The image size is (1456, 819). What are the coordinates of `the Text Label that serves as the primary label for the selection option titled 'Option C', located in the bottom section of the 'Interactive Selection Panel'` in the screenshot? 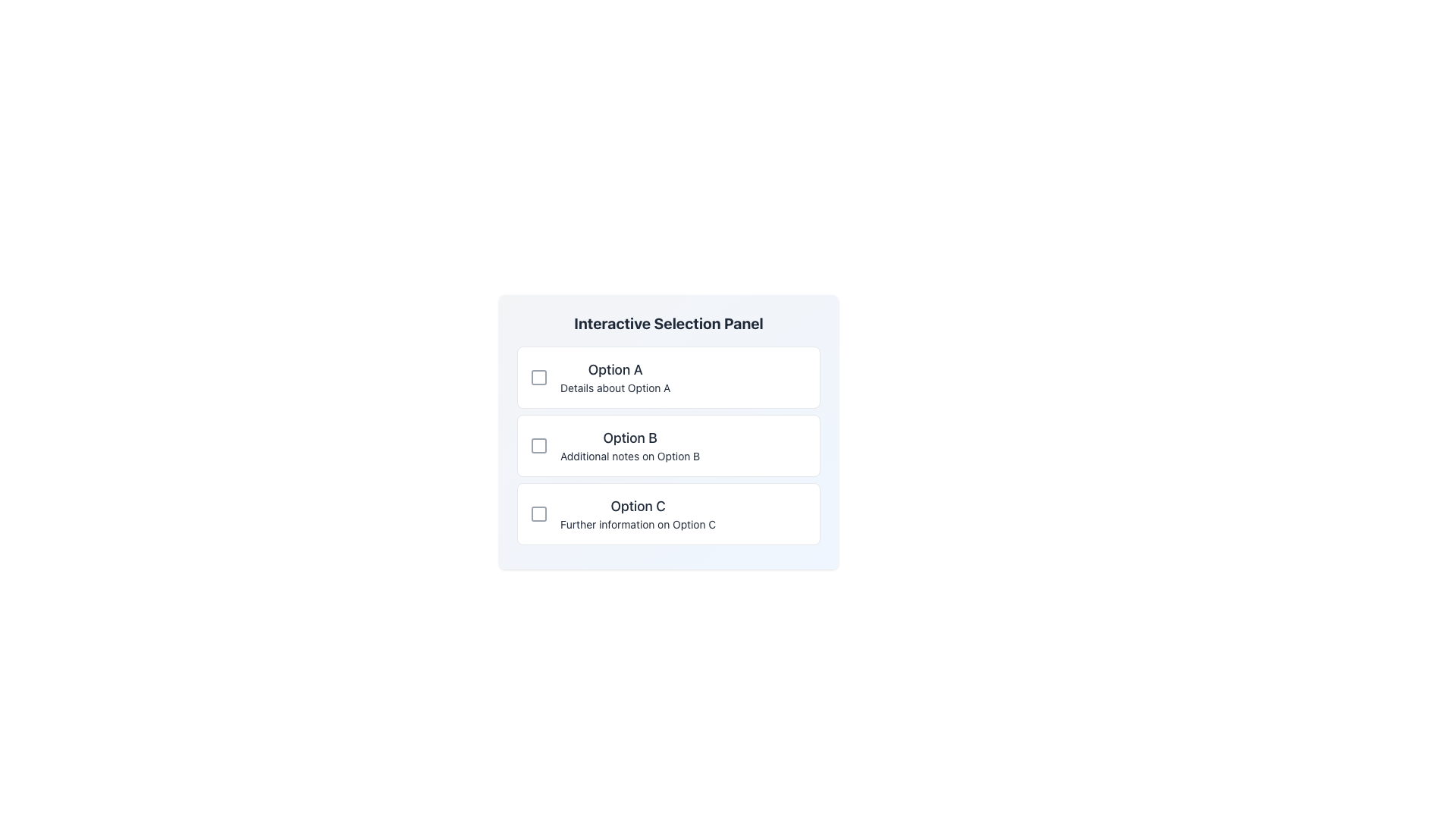 It's located at (638, 506).